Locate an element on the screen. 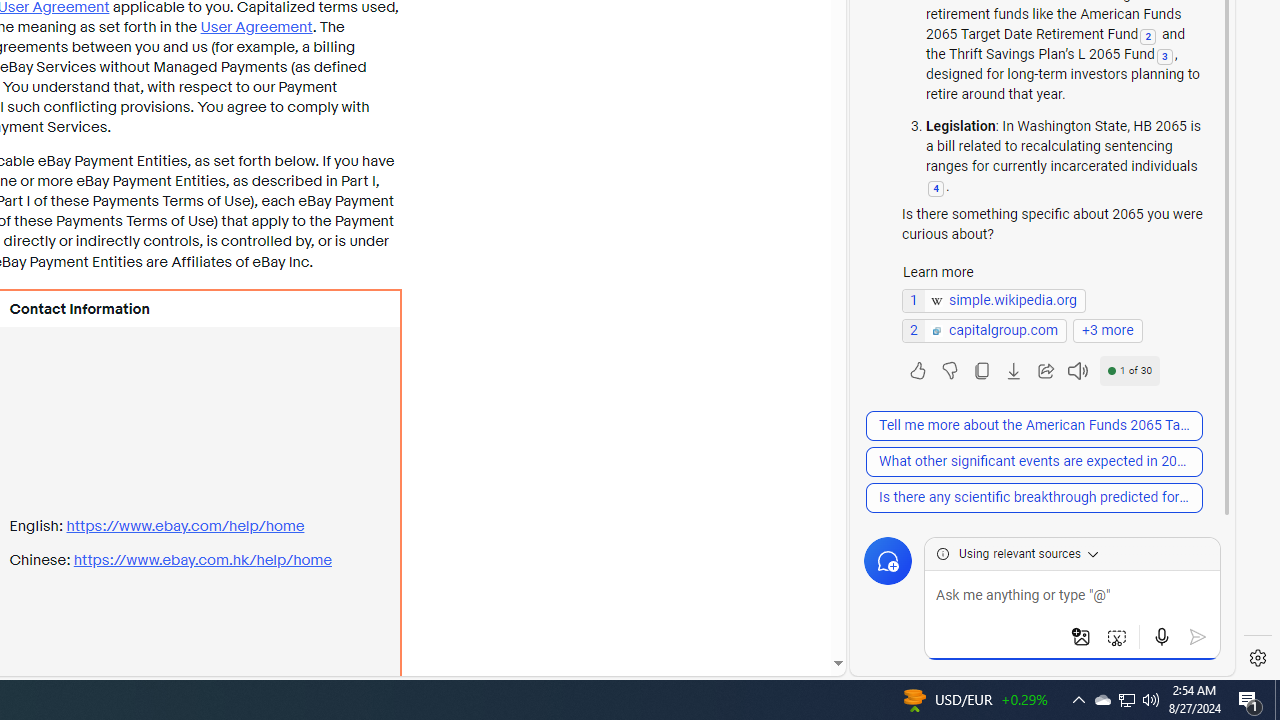 The width and height of the screenshot is (1280, 720). 'https://www.ebay.com/ help/home' is located at coordinates (185, 524).